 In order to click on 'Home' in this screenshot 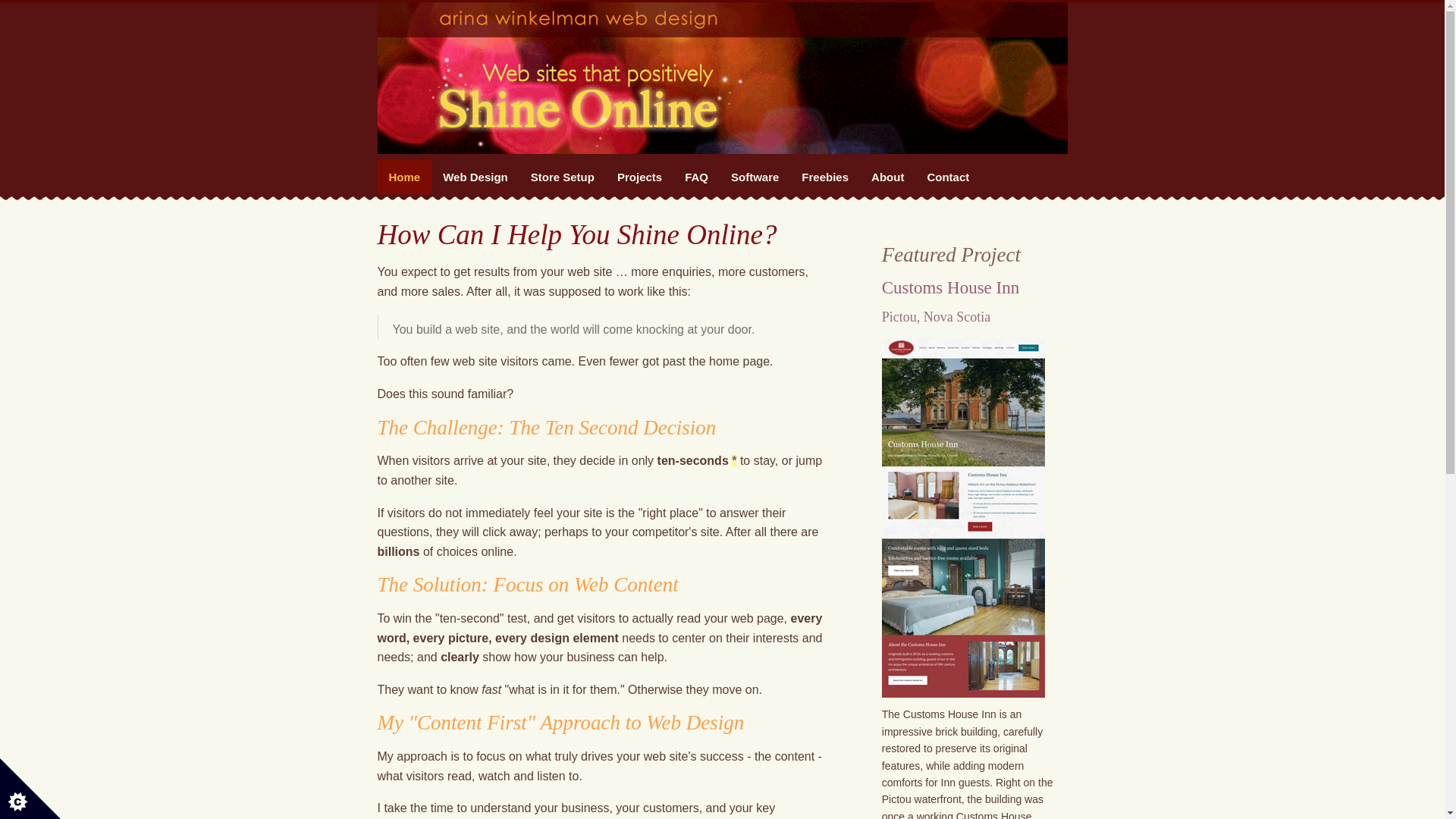, I will do `click(404, 176)`.